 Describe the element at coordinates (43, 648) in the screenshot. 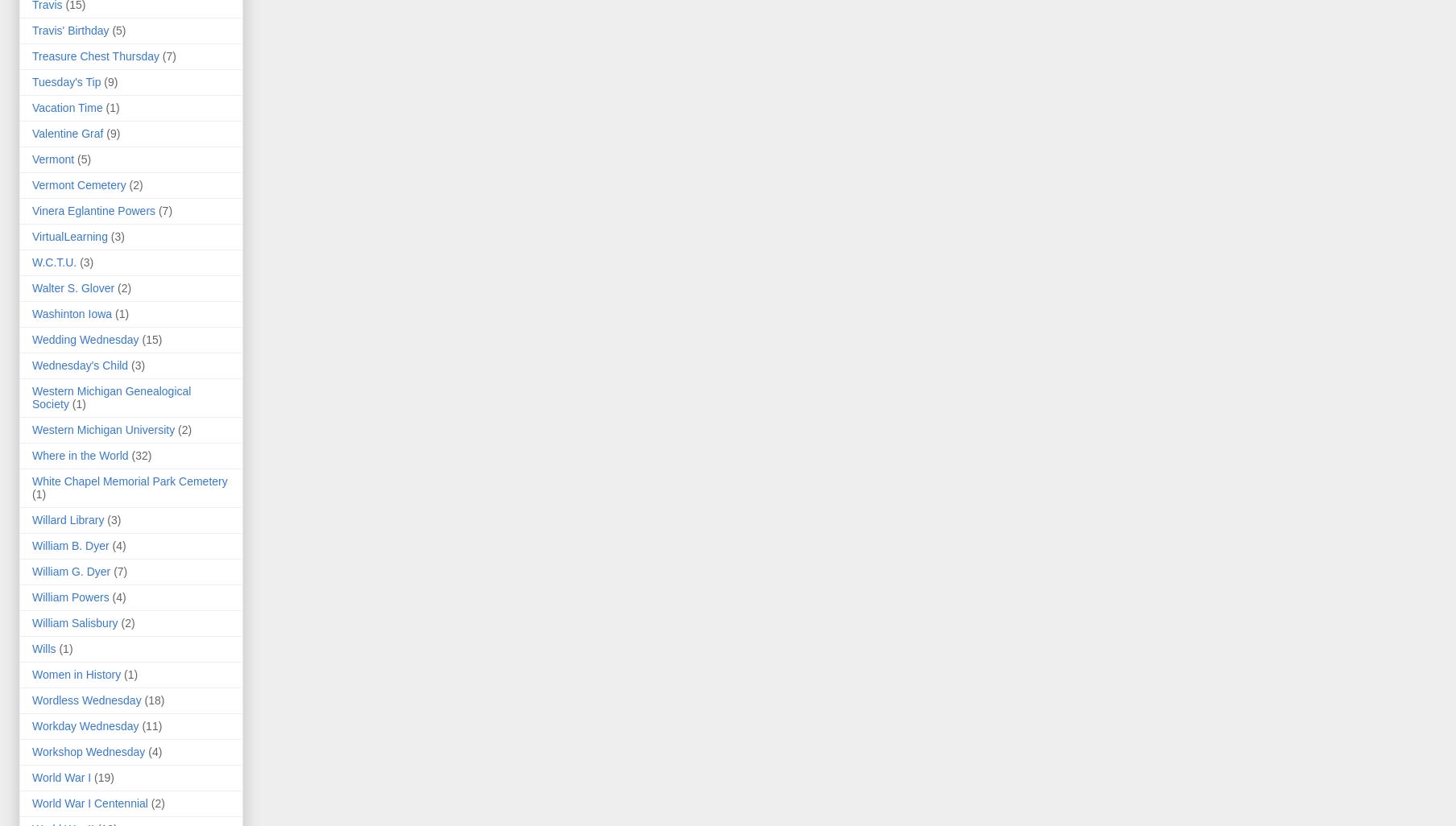

I see `'Wills'` at that location.